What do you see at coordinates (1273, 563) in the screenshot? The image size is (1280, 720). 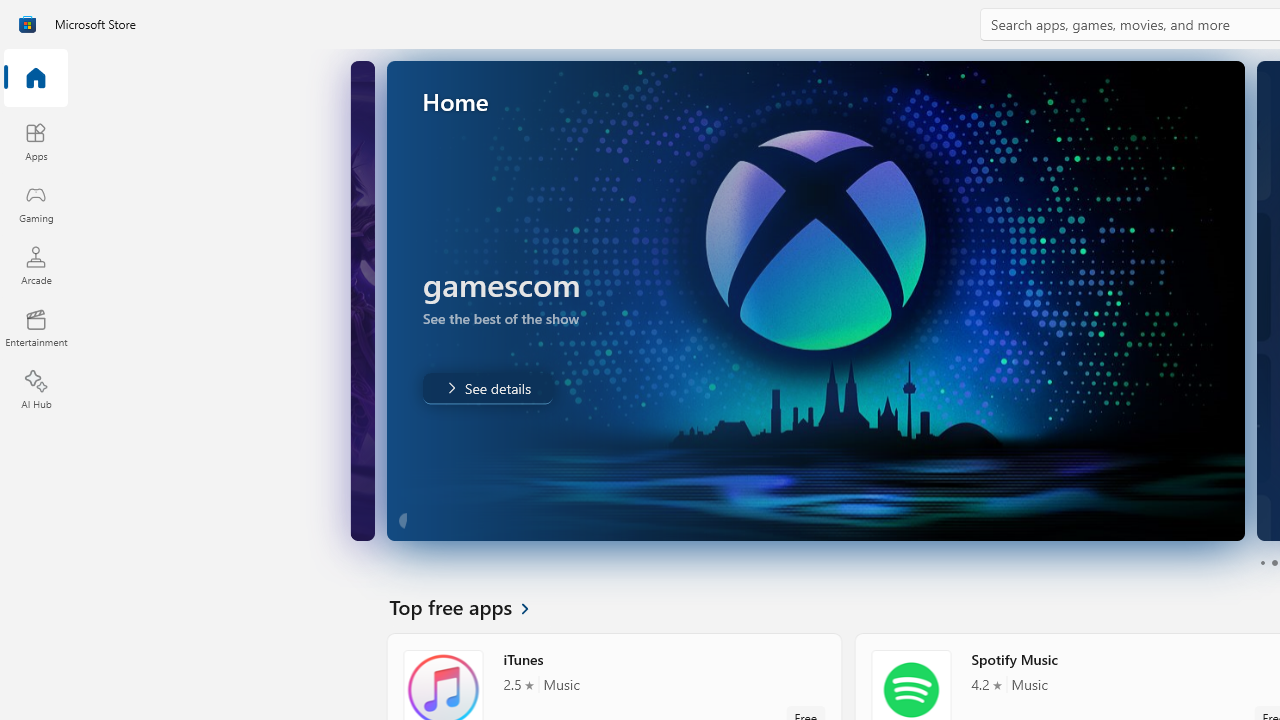 I see `'Page 2'` at bounding box center [1273, 563].